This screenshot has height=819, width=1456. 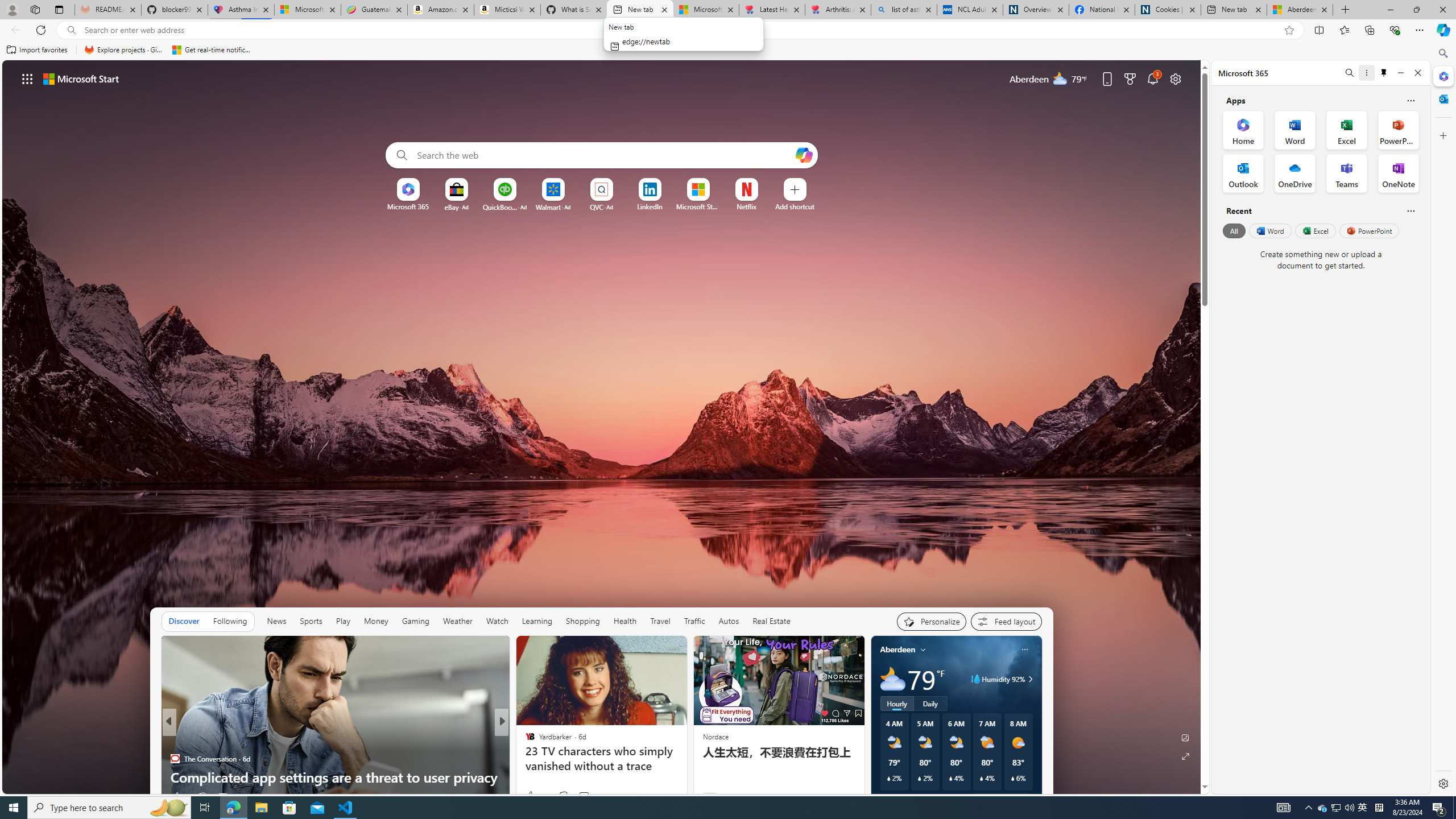 I want to click on 'View comments 7 Comment', so click(x=584, y=797).